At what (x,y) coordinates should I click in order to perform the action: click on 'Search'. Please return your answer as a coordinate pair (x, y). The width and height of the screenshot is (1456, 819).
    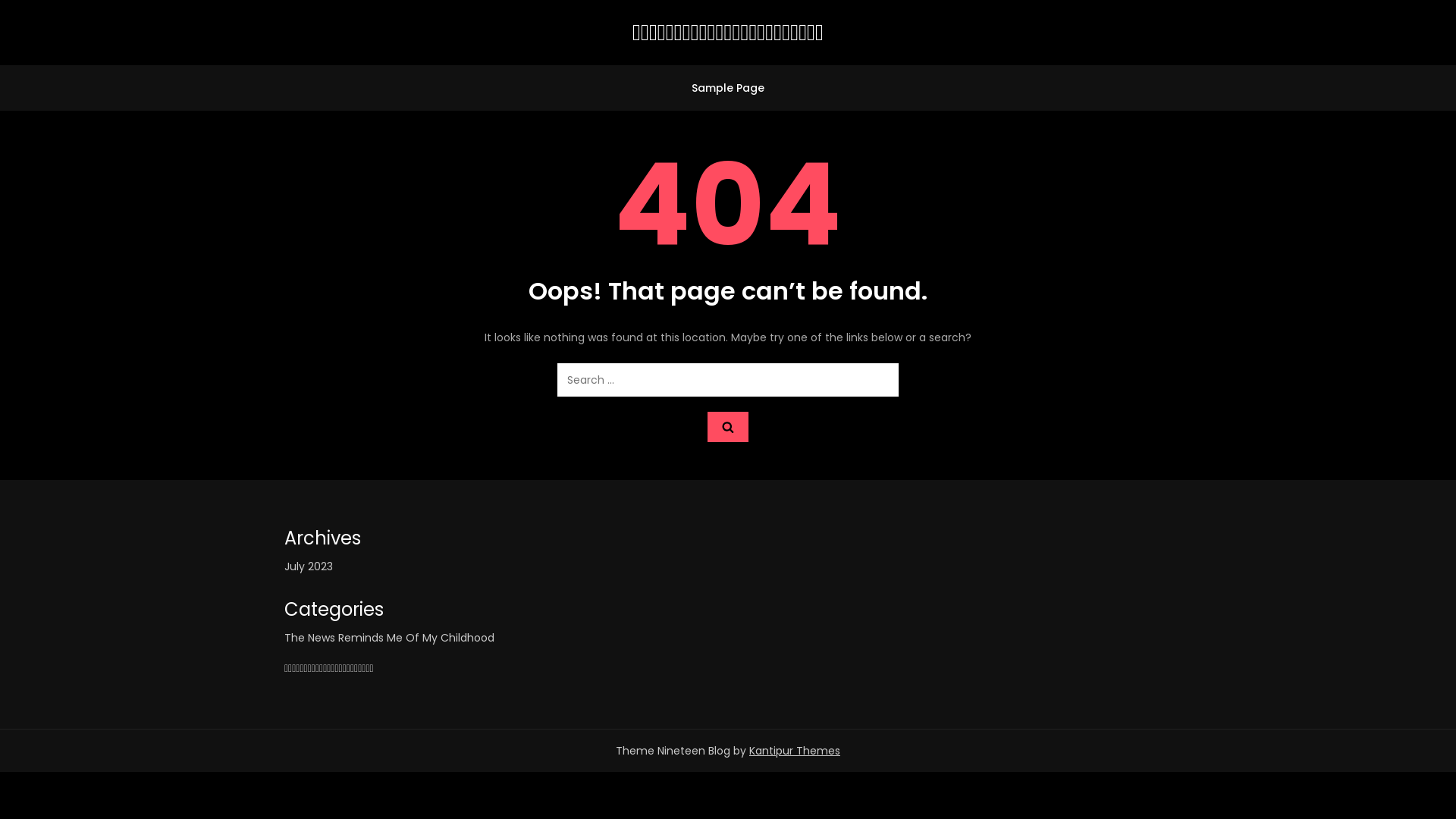
    Looking at the image, I should click on (728, 427).